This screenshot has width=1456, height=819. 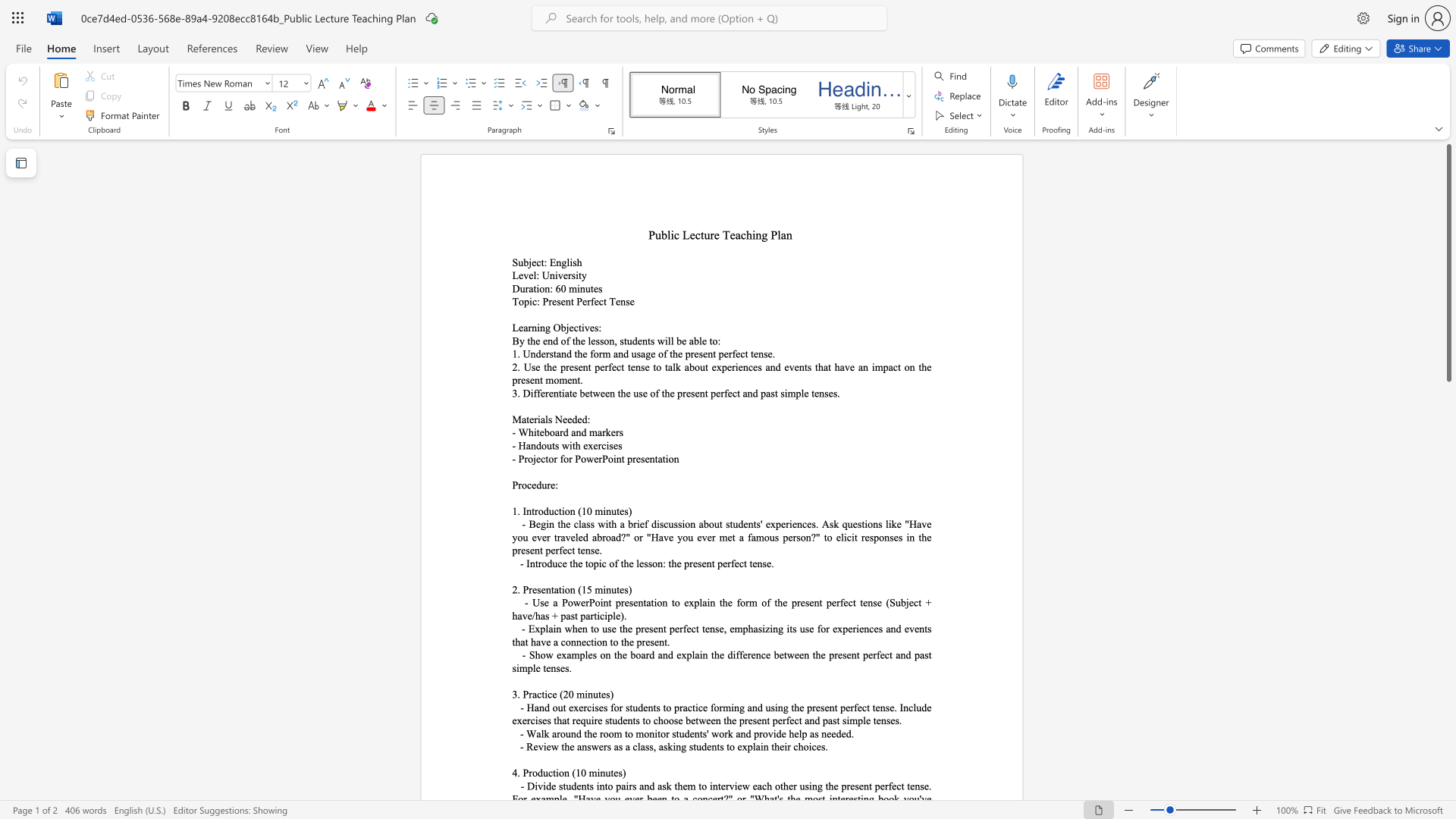 I want to click on the vertical scrollbar to lower the page content, so click(x=1448, y=522).